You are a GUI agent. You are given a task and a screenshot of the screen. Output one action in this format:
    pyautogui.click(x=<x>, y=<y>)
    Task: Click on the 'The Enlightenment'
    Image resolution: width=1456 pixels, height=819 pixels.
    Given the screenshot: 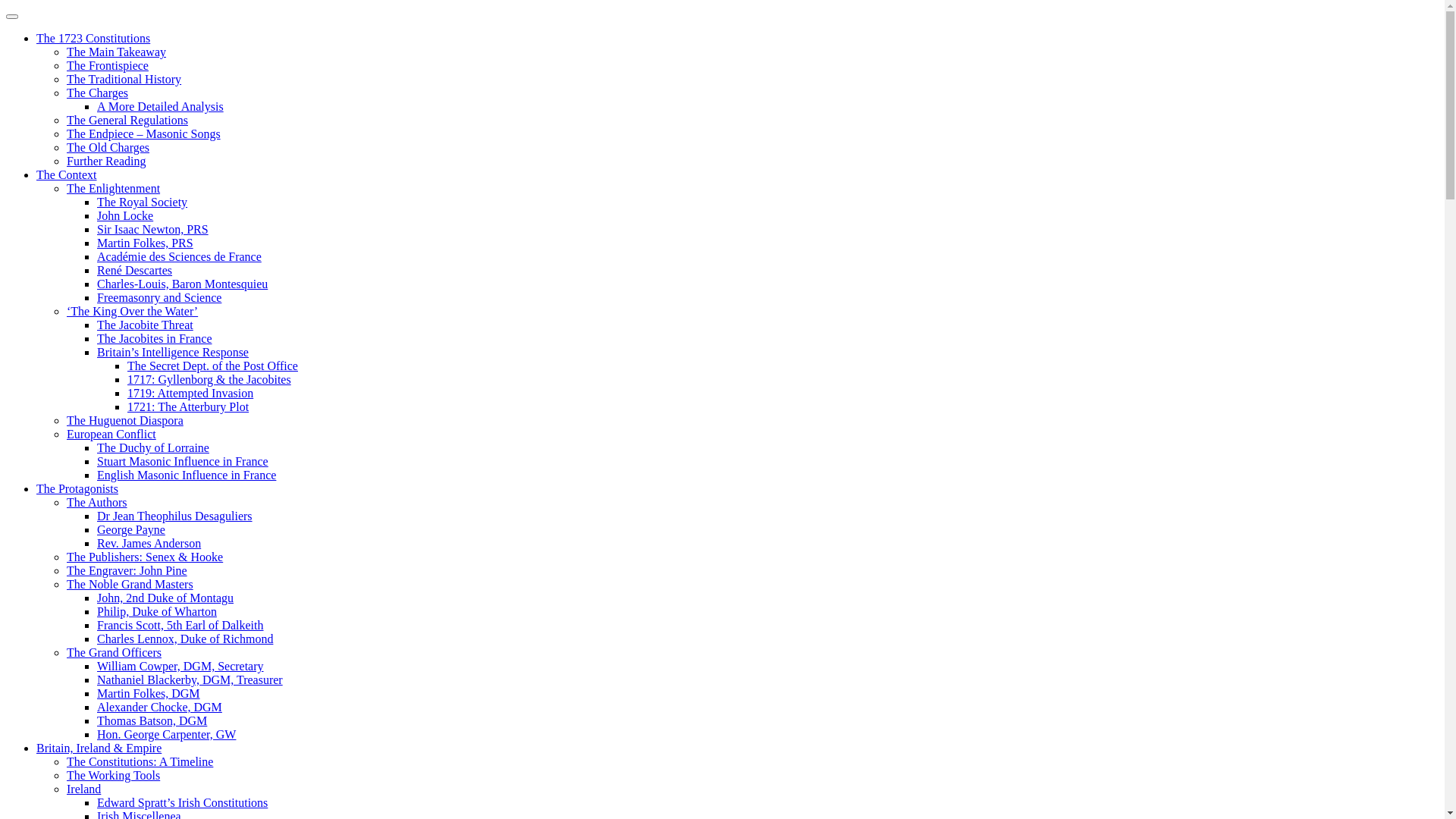 What is the action you would take?
    pyautogui.click(x=112, y=187)
    